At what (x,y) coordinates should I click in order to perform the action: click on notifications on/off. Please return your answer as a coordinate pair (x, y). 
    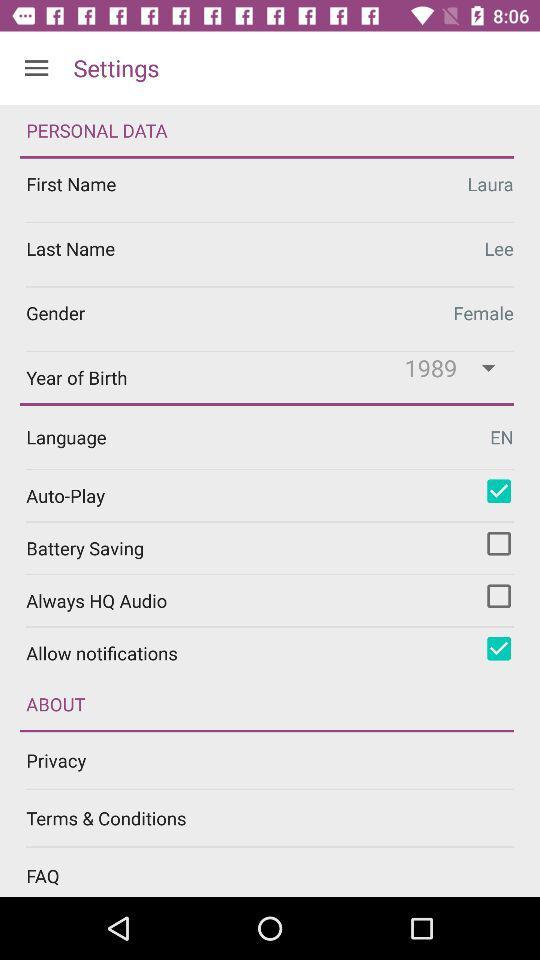
    Looking at the image, I should click on (498, 647).